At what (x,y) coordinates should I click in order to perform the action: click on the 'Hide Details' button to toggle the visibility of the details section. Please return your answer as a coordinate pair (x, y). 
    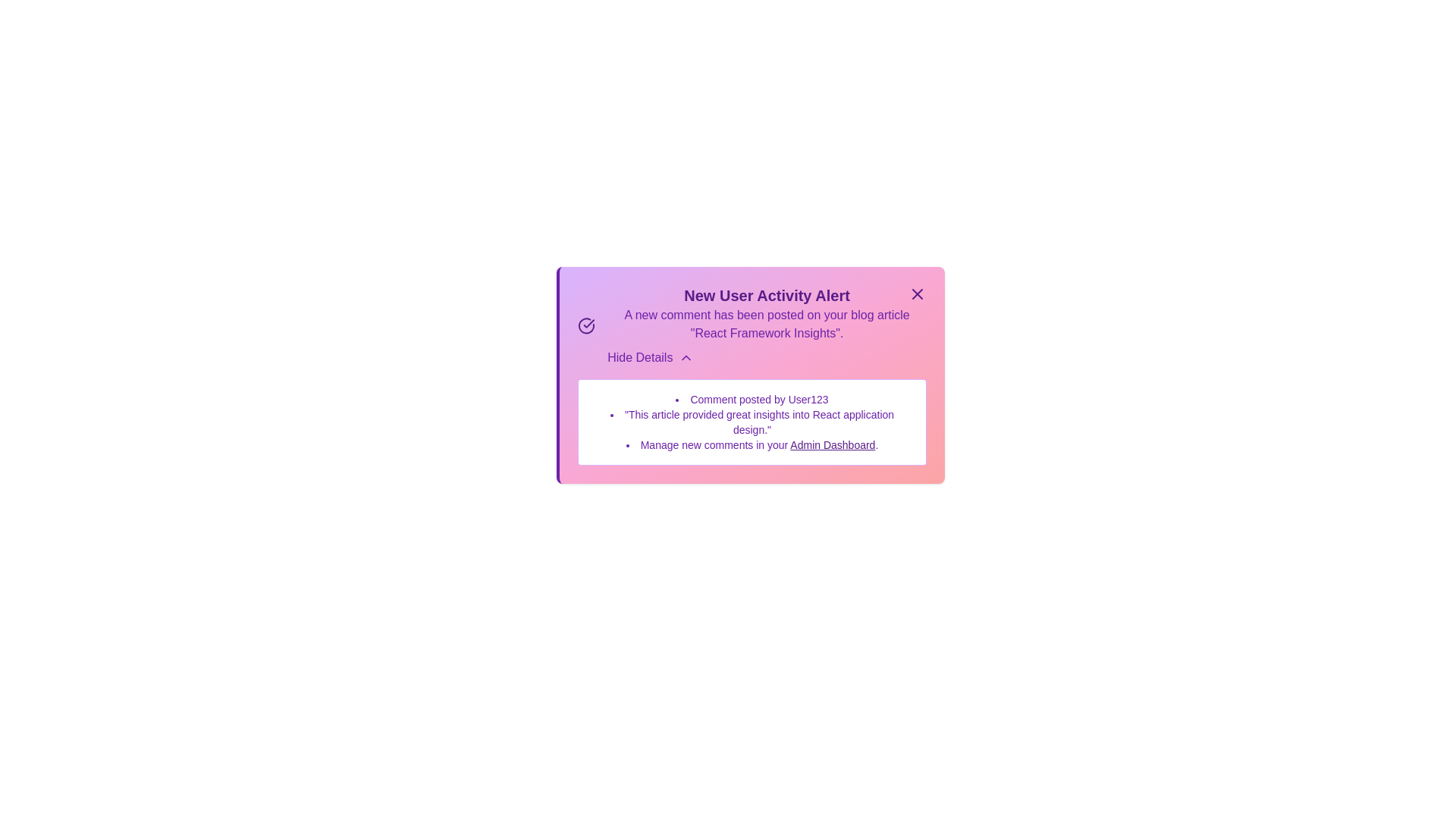
    Looking at the image, I should click on (651, 357).